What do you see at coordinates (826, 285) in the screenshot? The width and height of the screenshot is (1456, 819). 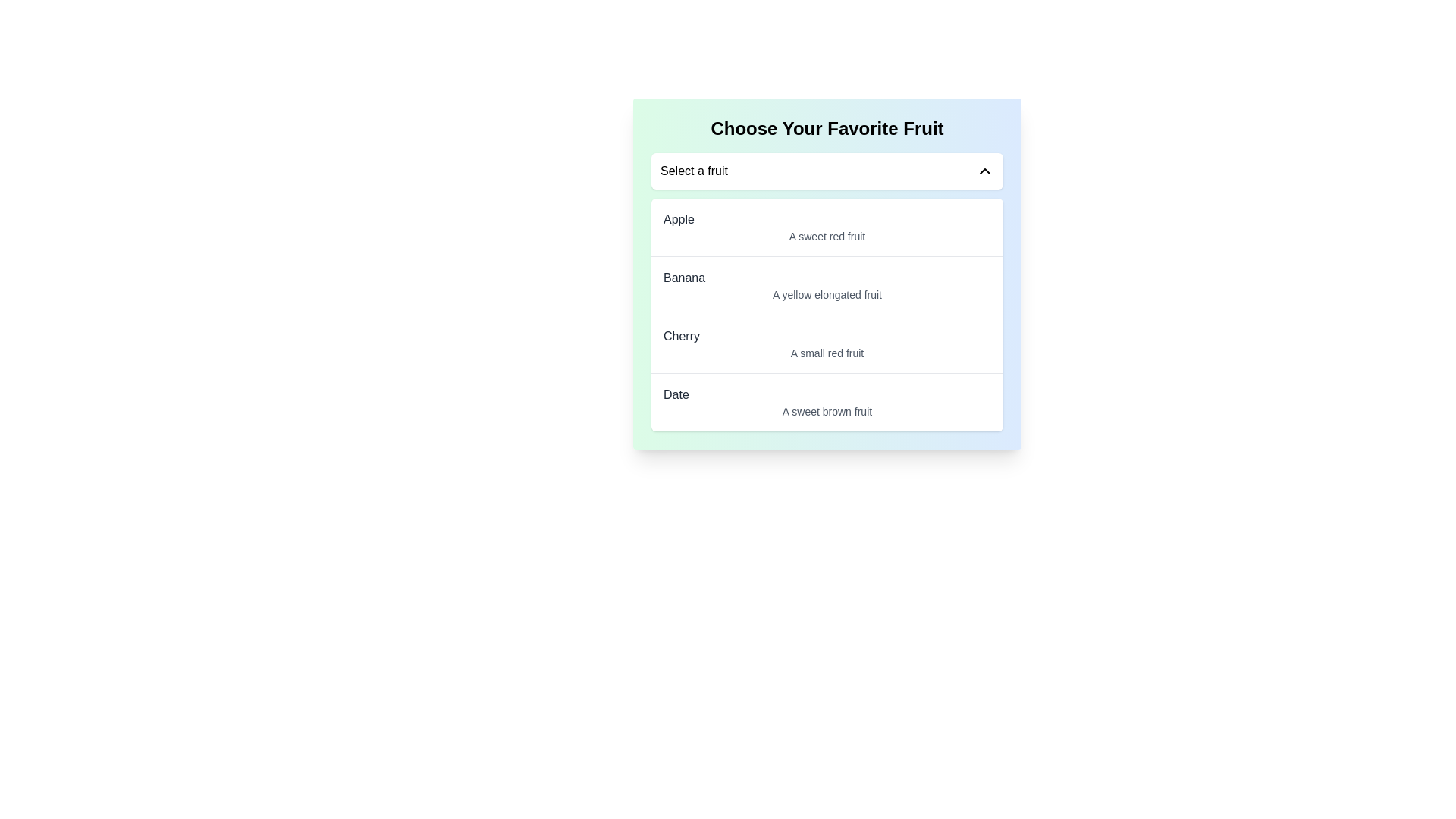 I see `the second item` at bounding box center [826, 285].